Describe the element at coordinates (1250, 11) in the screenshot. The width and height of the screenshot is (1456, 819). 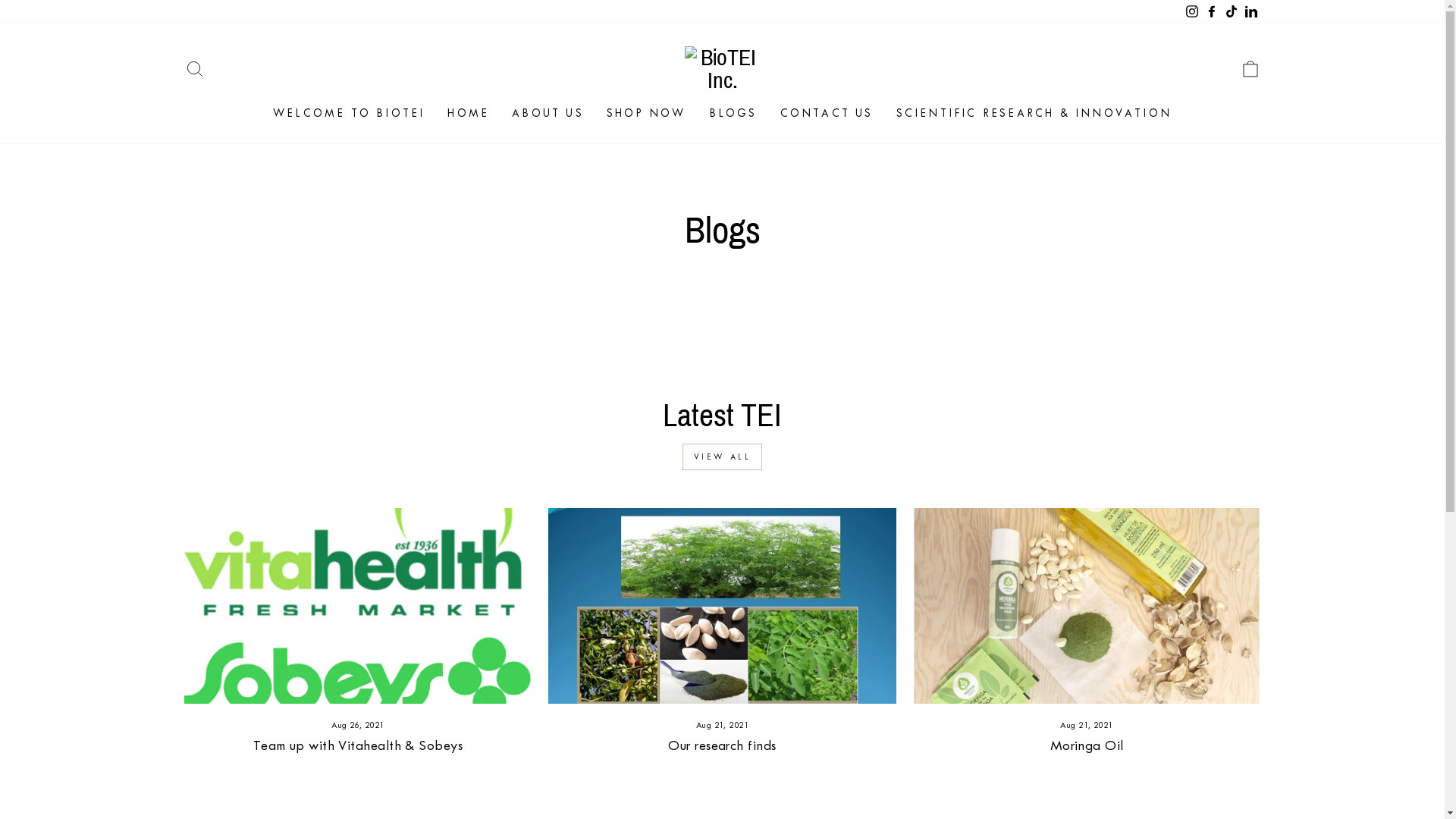
I see `'LinkedIn'` at that location.